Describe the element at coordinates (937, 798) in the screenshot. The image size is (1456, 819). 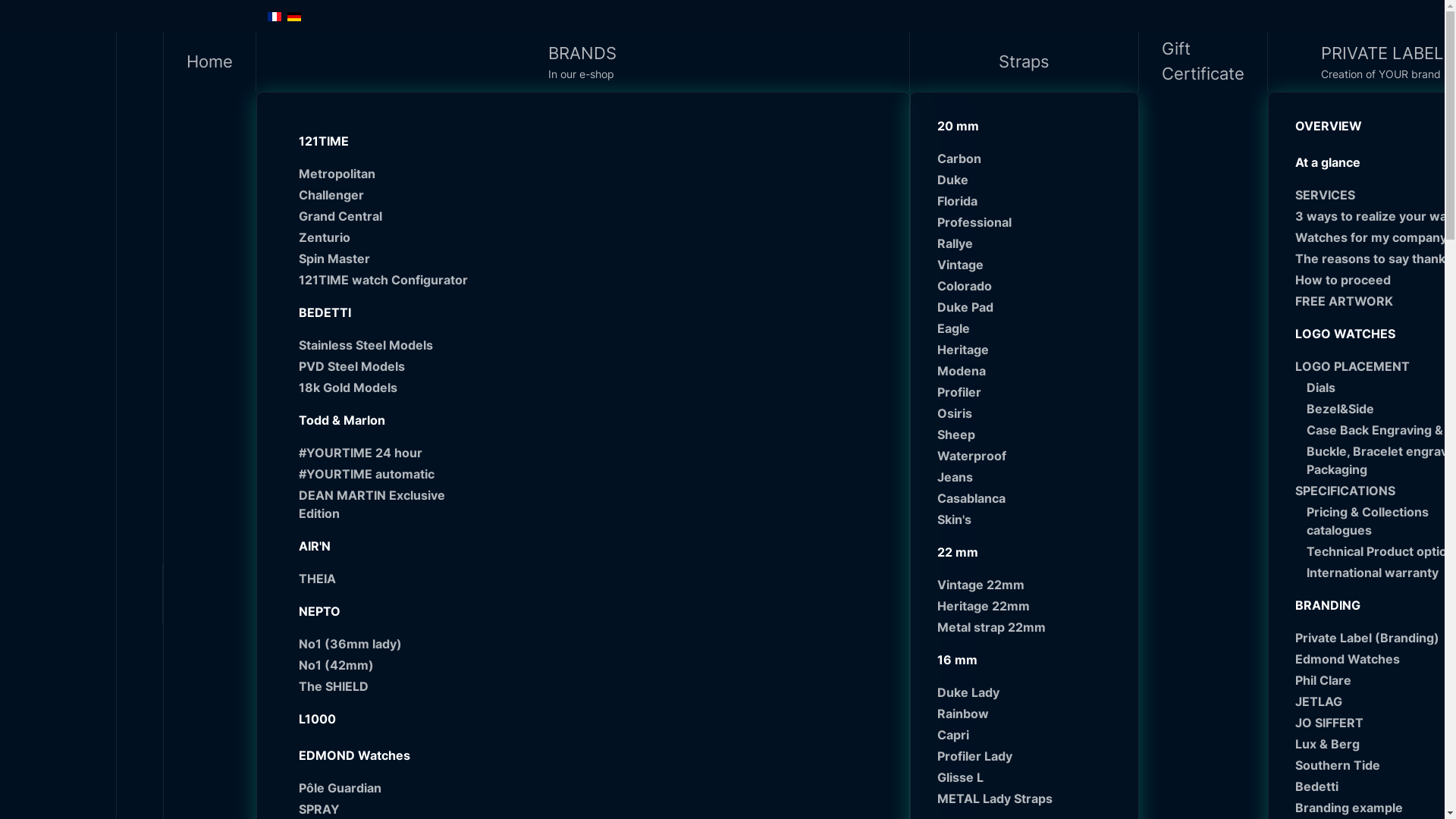
I see `'METAL Lady Straps'` at that location.